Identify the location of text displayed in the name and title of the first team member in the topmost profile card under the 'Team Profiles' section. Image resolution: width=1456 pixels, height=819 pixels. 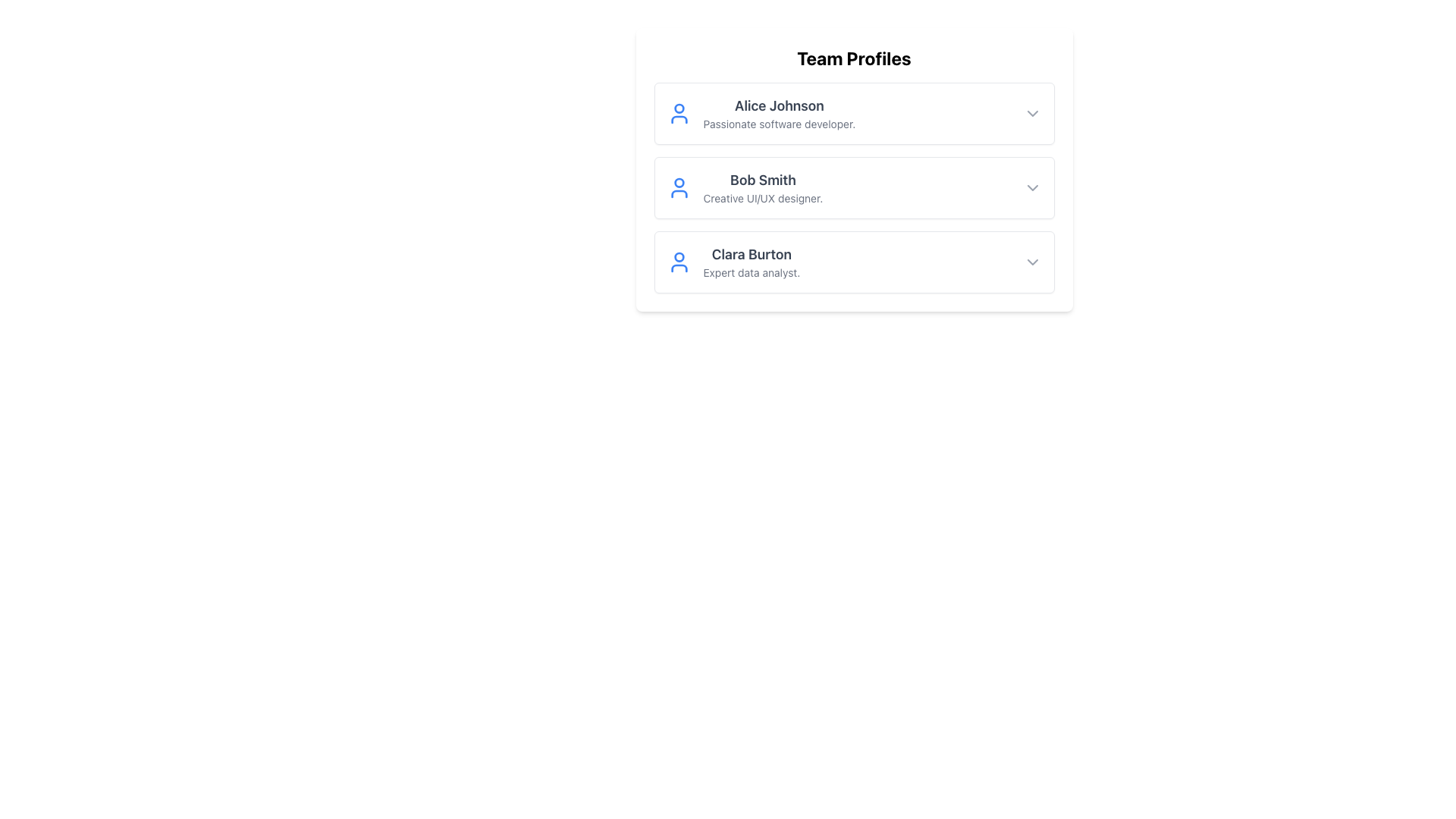
(779, 113).